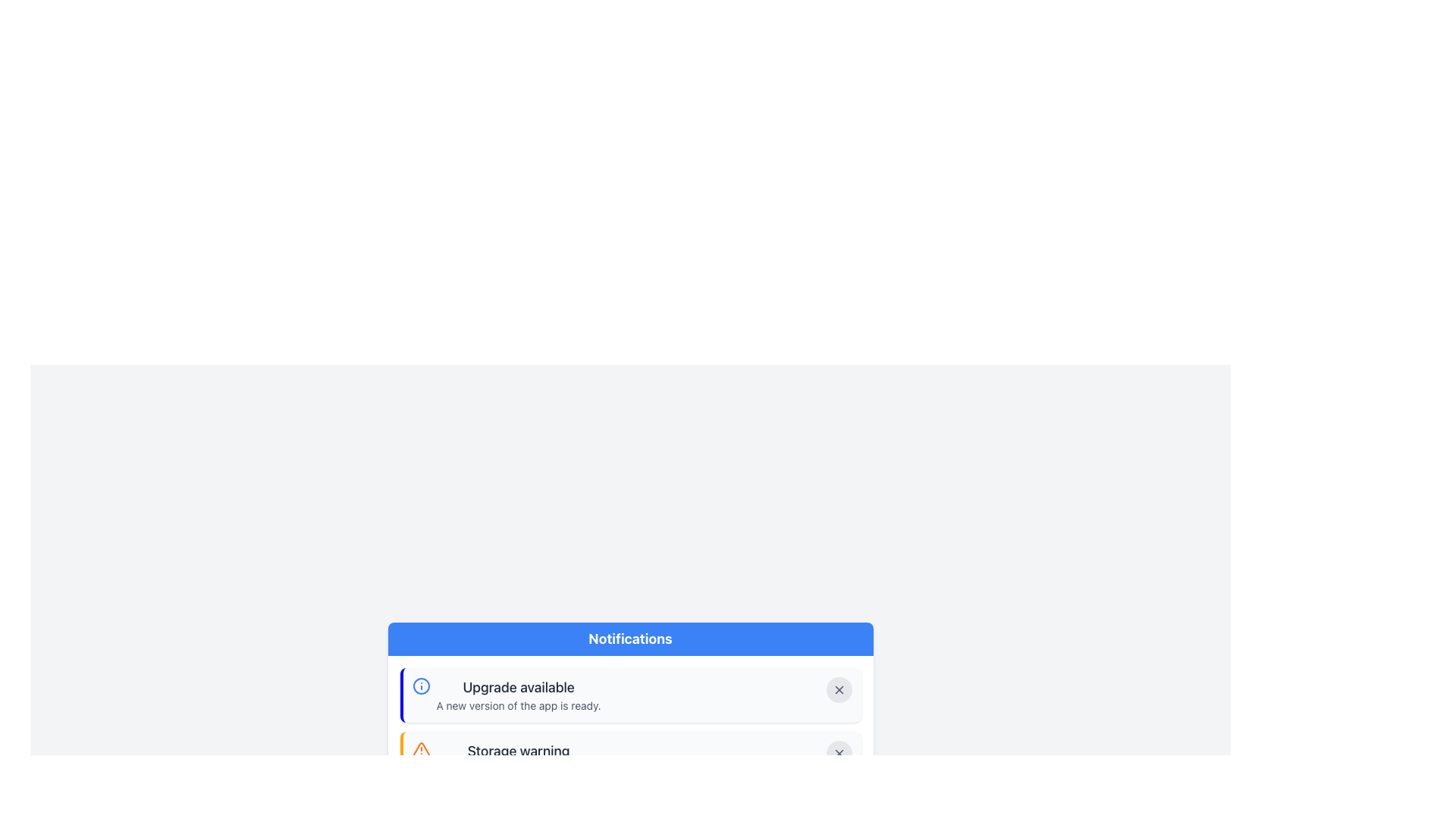 The width and height of the screenshot is (1456, 819). Describe the element at coordinates (421, 686) in the screenshot. I see `the small circular blue outlined icon with an exclamation mark symbol located at the top-left corner of the notification entry reading 'Upgrade available A new version of the app is ready.'` at that location.